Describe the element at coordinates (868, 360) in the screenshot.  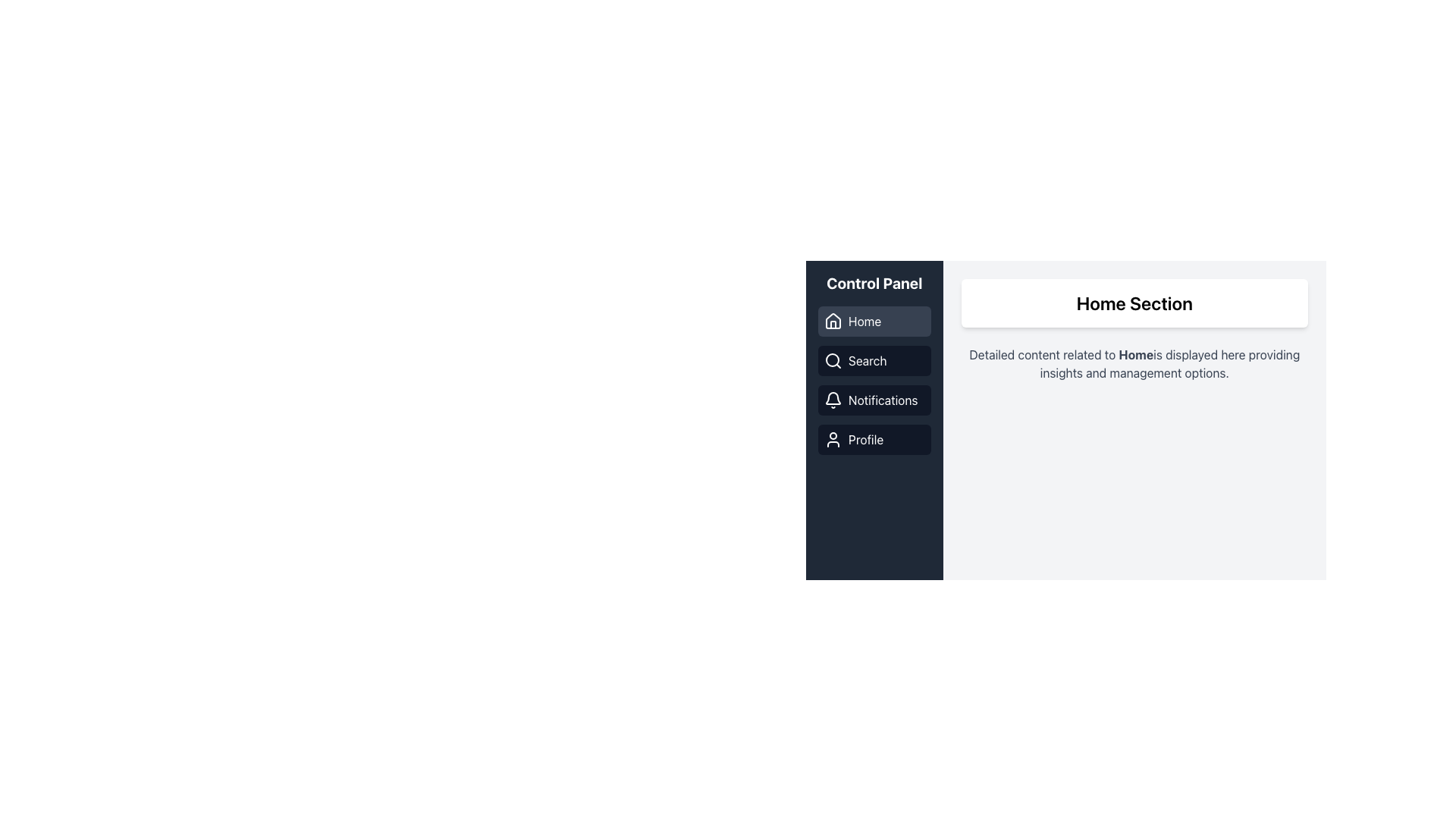
I see `the 'Search' text label, which is styled in white font against a dark background, located in the left-side vertical navigation panel, positioned directly below the 'Home' button and above the 'Notifications' button` at that location.